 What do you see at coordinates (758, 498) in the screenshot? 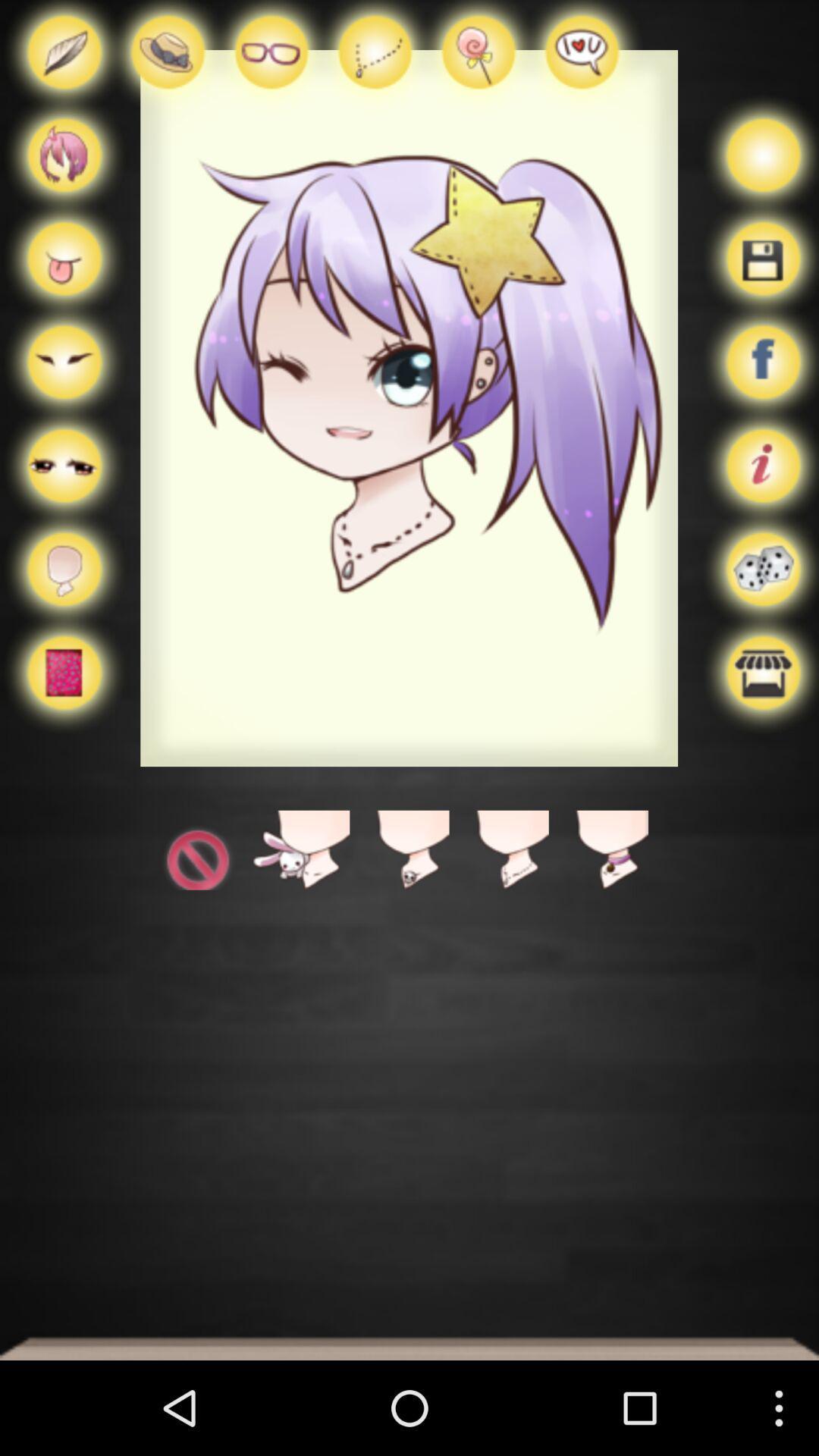
I see `the info icon` at bounding box center [758, 498].